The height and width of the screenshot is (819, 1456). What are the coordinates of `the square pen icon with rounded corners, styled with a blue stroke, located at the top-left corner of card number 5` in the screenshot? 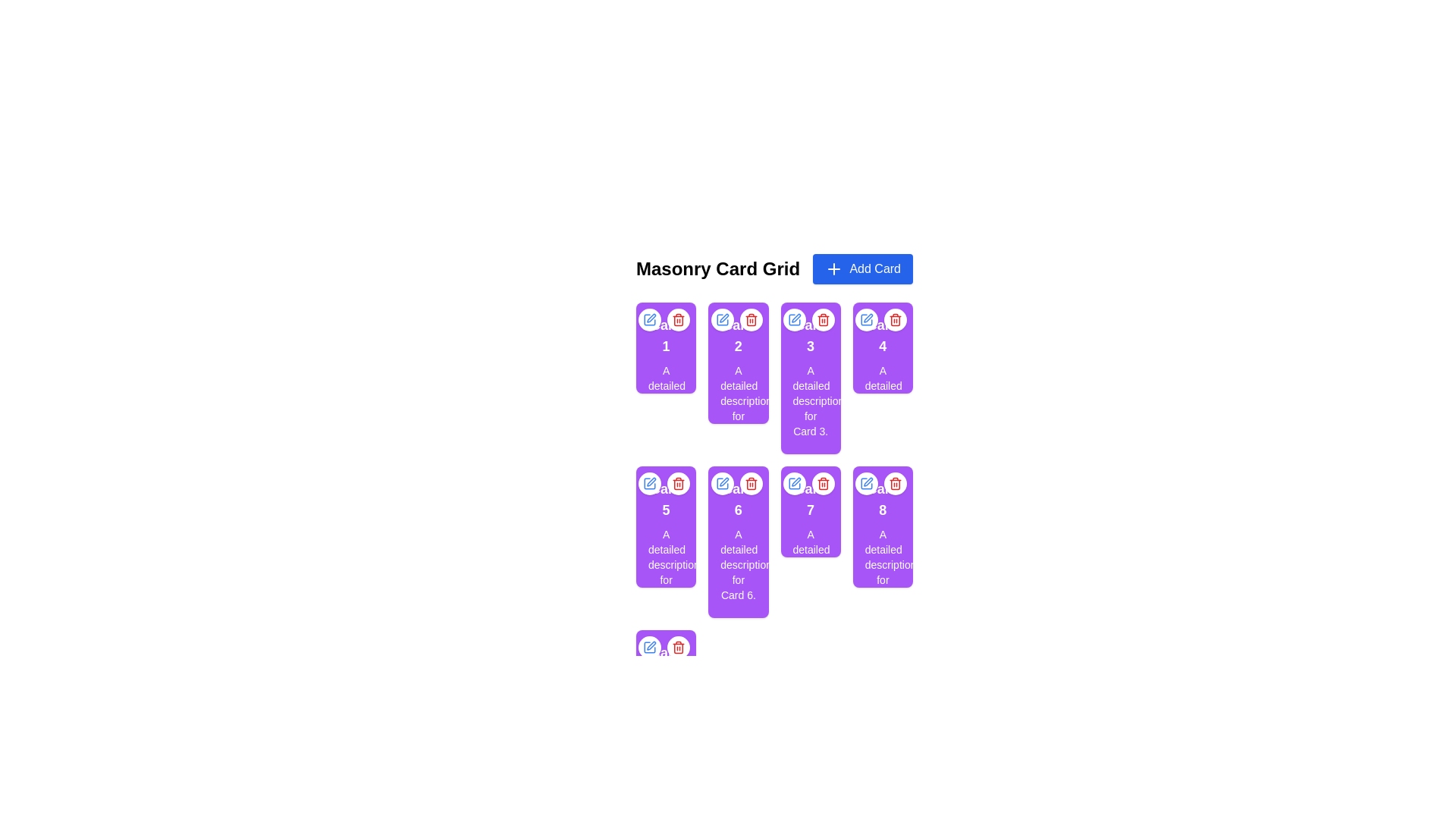 It's located at (650, 483).